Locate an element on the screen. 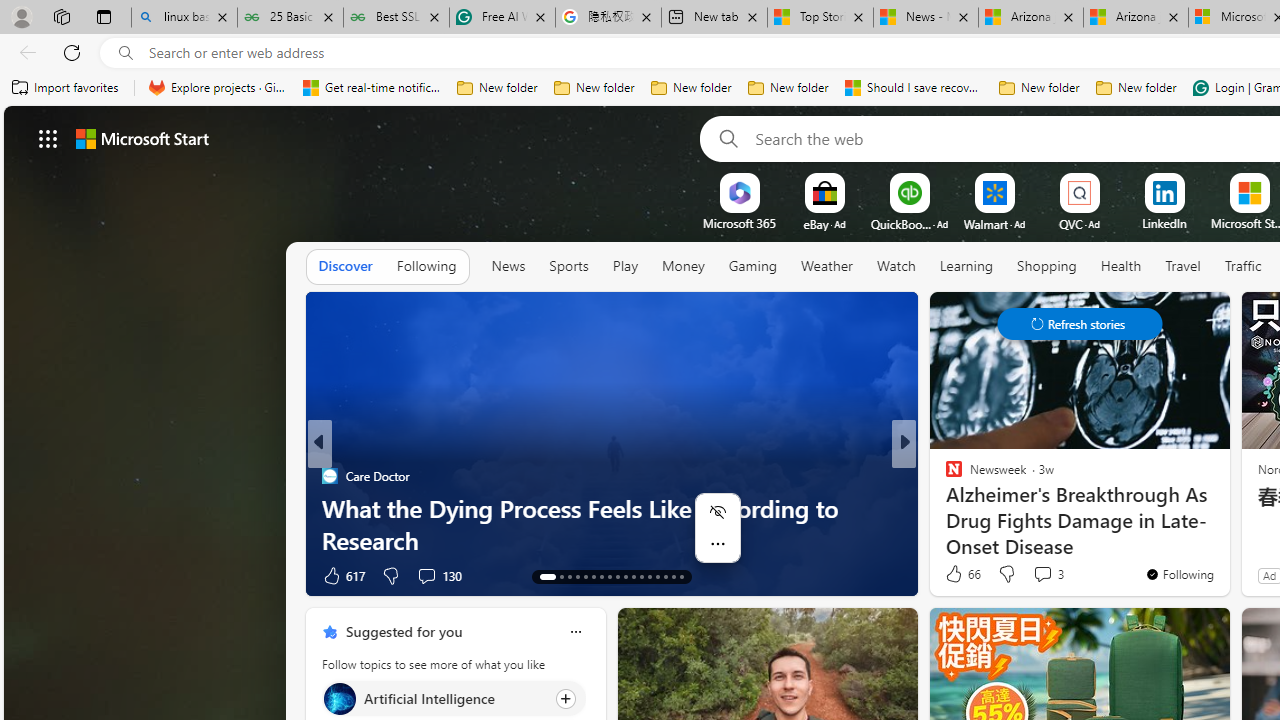 The image size is (1280, 720). 'AutomationID: tab-13' is located at coordinates (542, 577).